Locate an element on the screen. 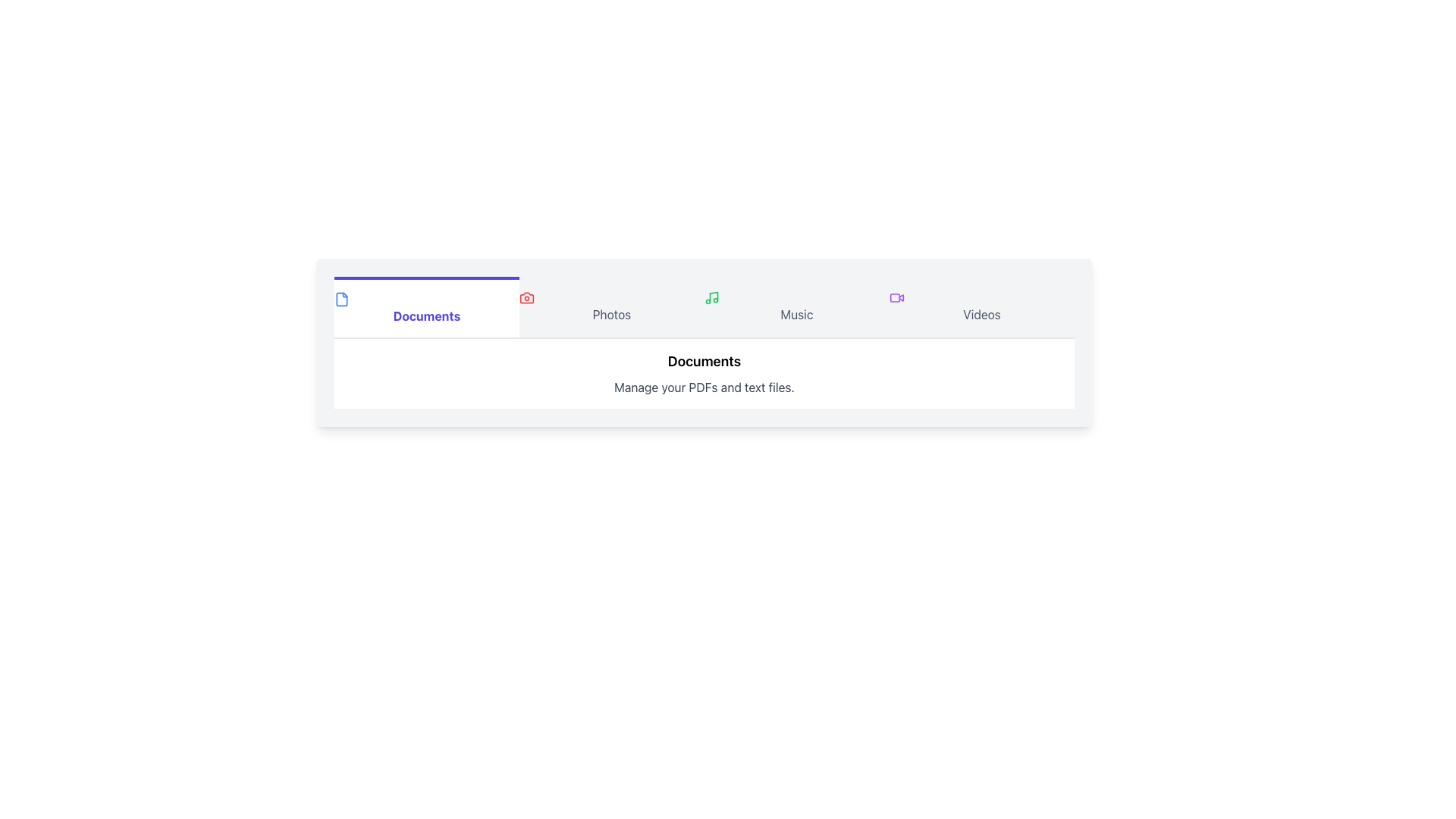 Image resolution: width=1456 pixels, height=819 pixels. the Navigation Tab linked to the 'Music' section, positioned between 'Photos' and 'Videos' is located at coordinates (796, 307).